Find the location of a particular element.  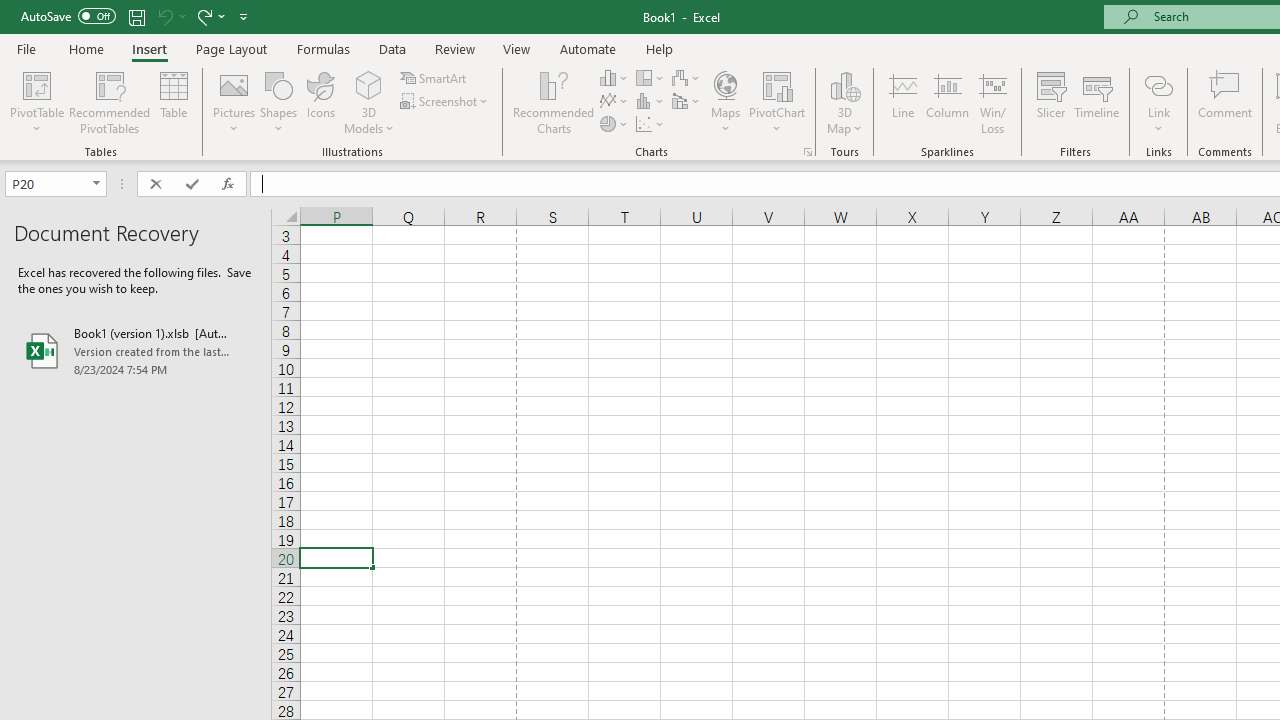

'Recommended PivotTables' is located at coordinates (109, 103).